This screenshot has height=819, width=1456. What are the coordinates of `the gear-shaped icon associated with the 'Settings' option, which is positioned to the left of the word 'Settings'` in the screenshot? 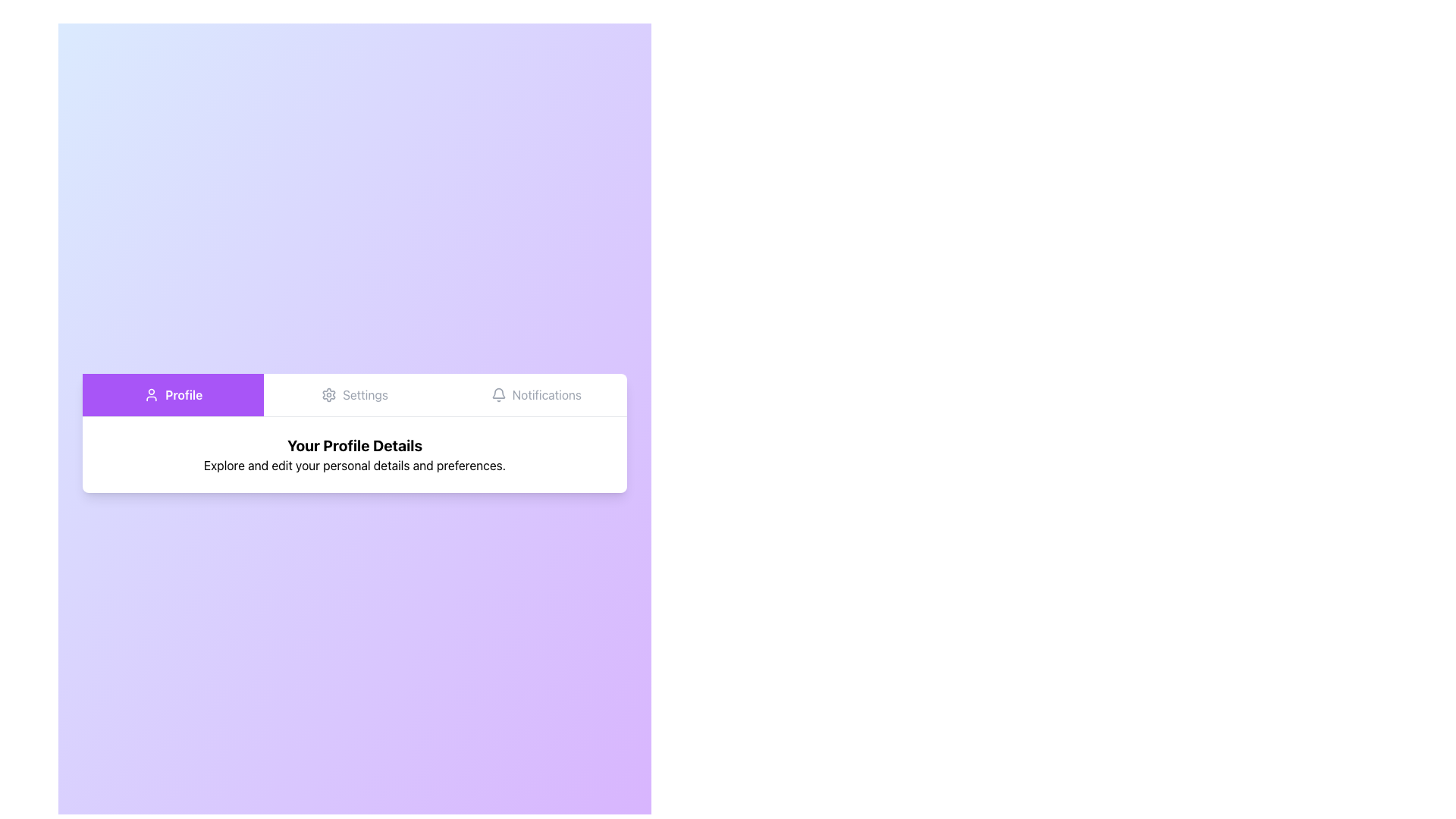 It's located at (328, 394).